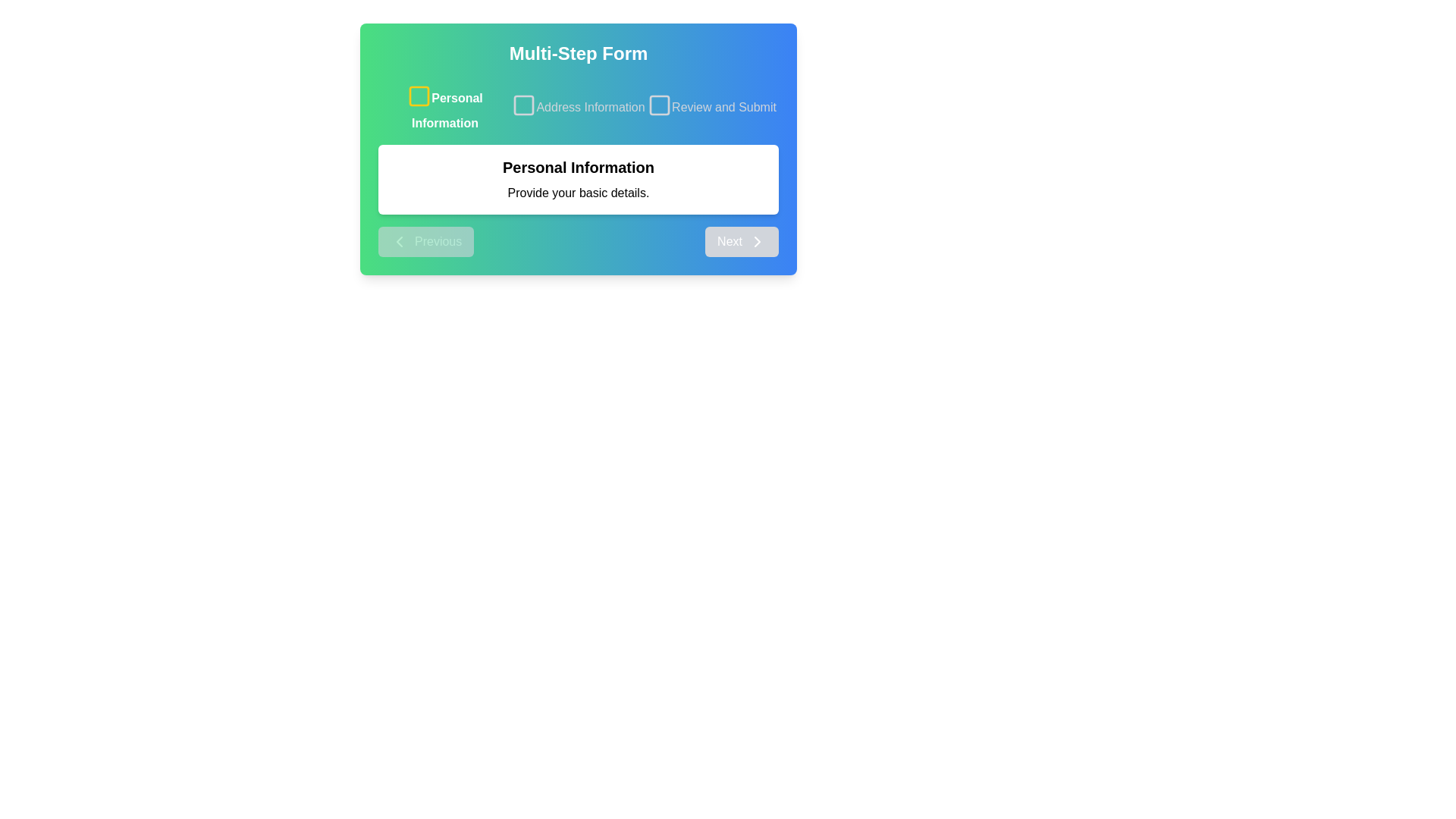  I want to click on the text element labeled 'Address Information' for interaction, so click(578, 107).